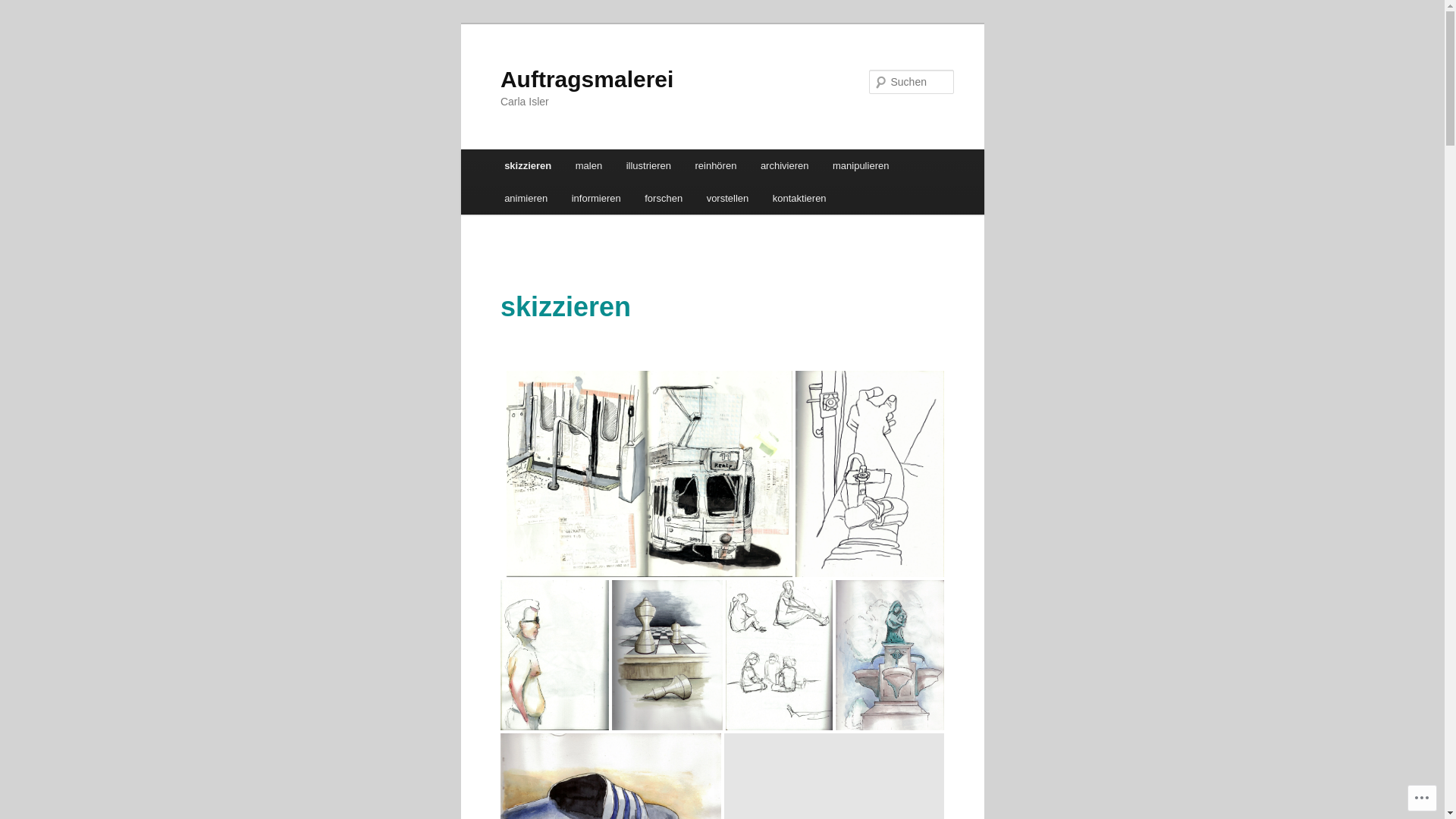  Describe the element at coordinates (784, 165) in the screenshot. I see `'archivieren'` at that location.